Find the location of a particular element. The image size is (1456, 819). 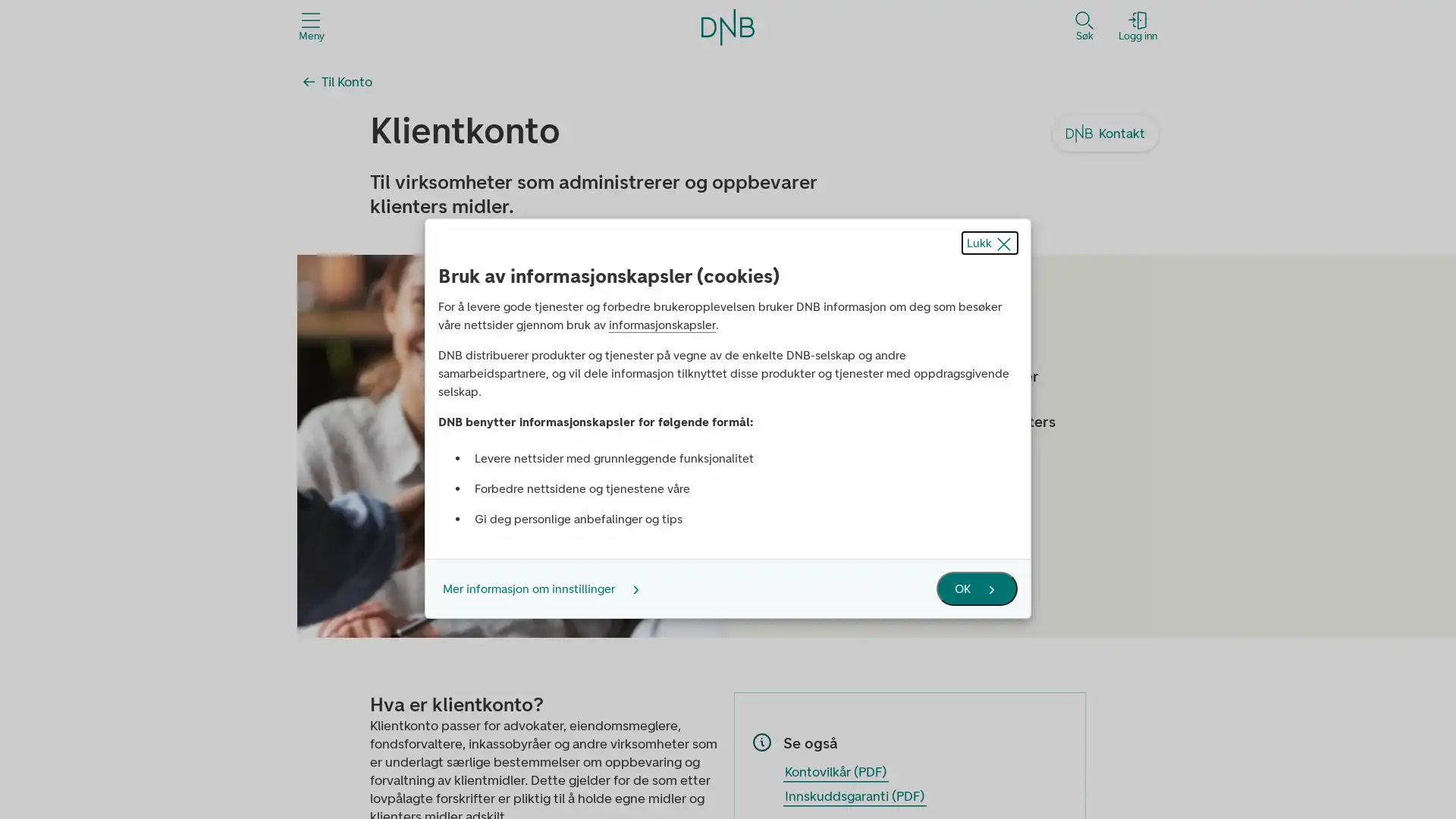

OK is located at coordinates (977, 587).